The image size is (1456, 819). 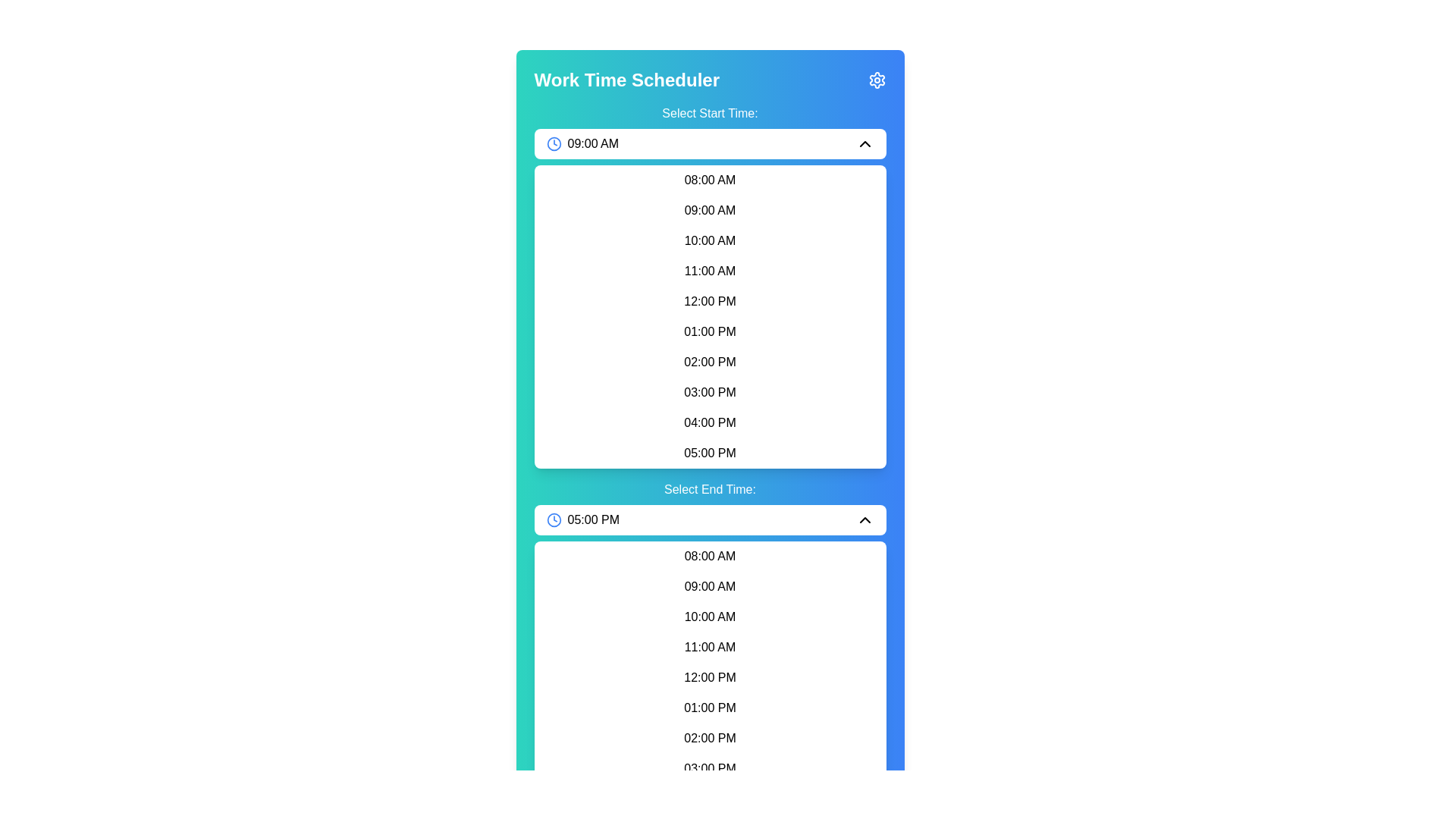 I want to click on the '09:00 AM' time option in the dropdown menu, so click(x=709, y=586).